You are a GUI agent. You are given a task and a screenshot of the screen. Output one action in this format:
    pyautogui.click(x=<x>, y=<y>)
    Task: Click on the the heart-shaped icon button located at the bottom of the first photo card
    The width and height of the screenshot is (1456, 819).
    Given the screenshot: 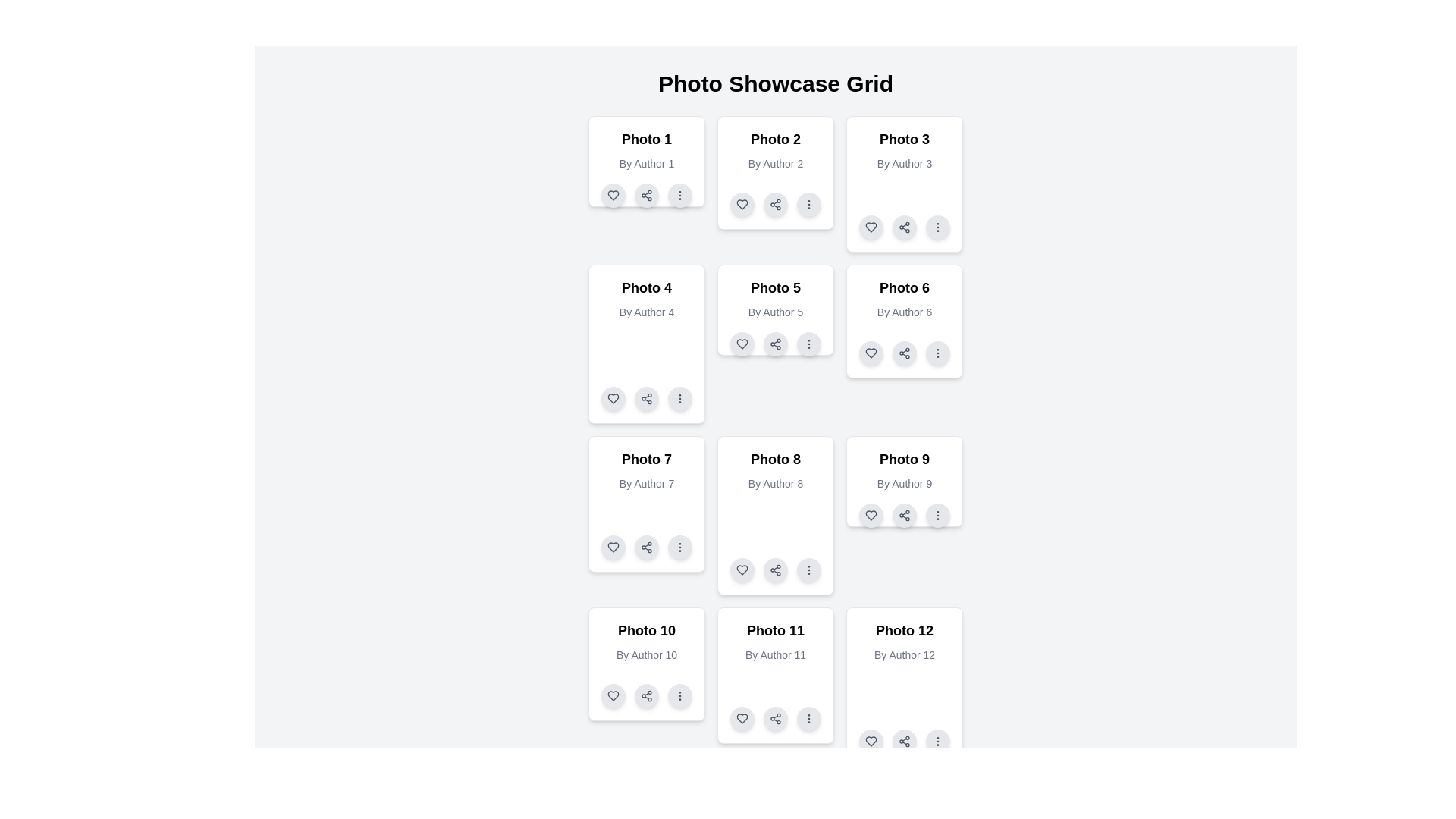 What is the action you would take?
    pyautogui.click(x=613, y=195)
    